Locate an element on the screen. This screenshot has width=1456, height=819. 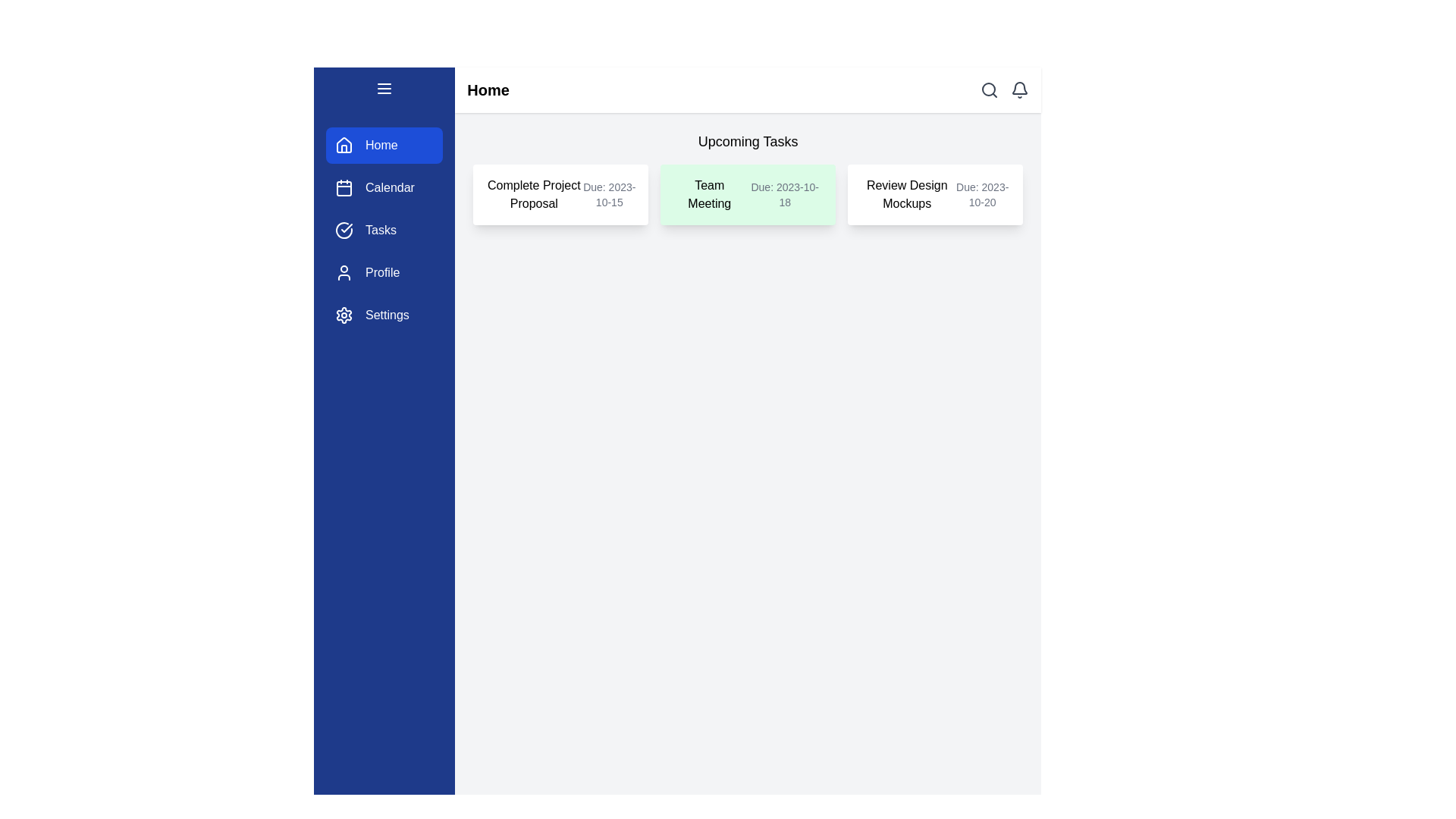
the calendar icon located in the vertical navigation sidebar, which is the second icon from the top is located at coordinates (344, 187).